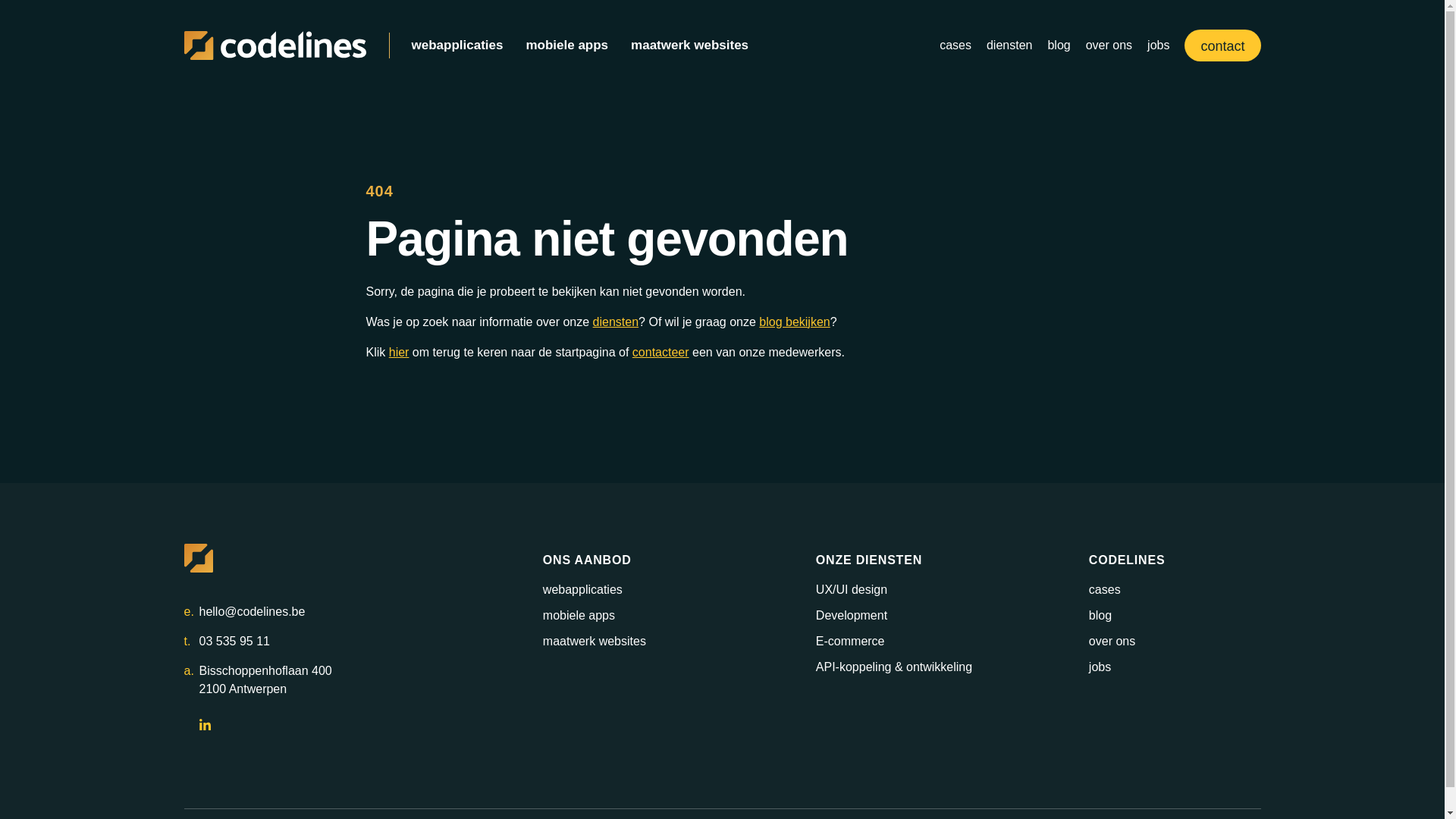 Image resolution: width=1456 pixels, height=819 pixels. I want to click on 'hello@codelines.be', so click(198, 610).